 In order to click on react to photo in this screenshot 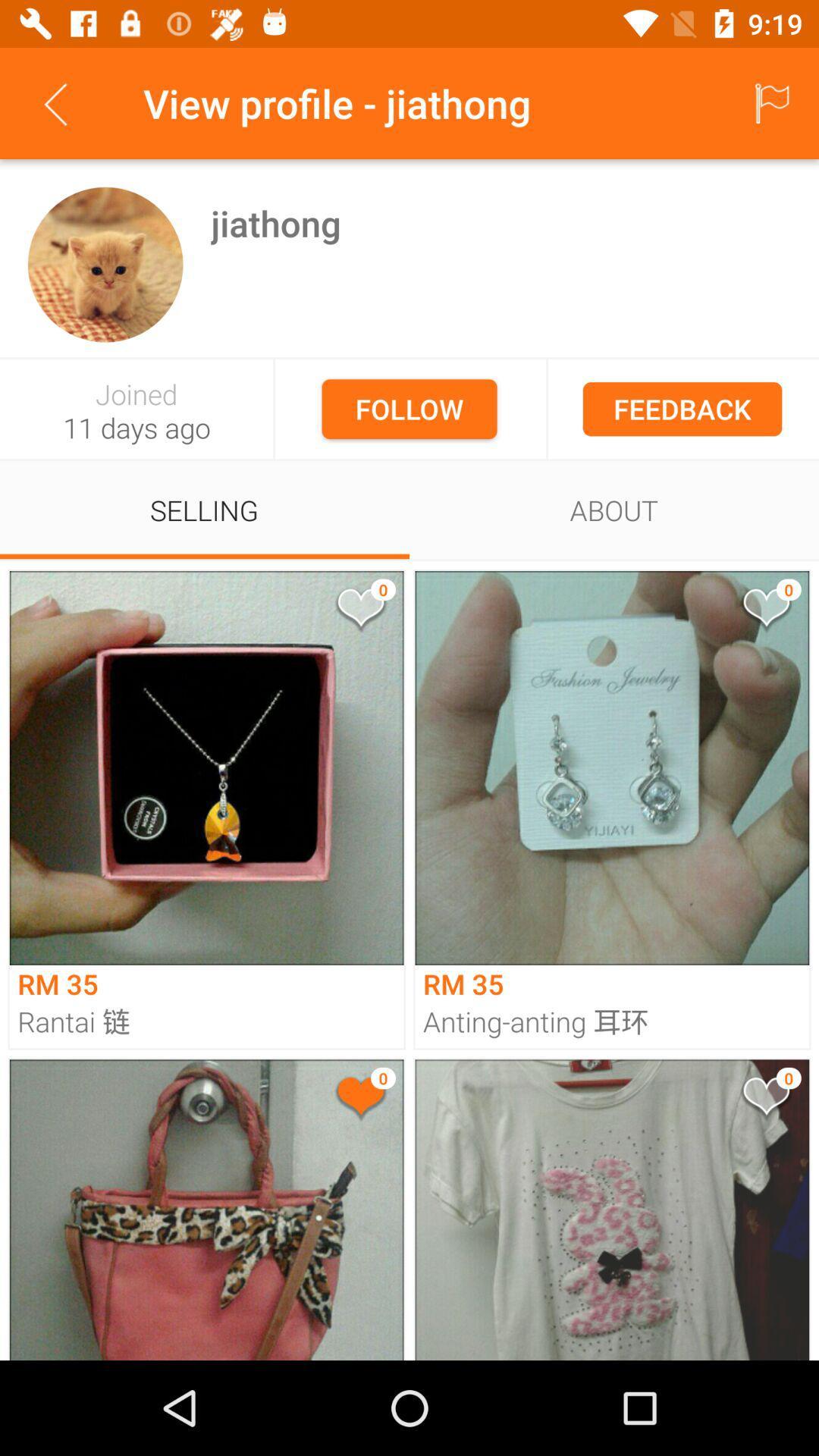, I will do `click(765, 610)`.